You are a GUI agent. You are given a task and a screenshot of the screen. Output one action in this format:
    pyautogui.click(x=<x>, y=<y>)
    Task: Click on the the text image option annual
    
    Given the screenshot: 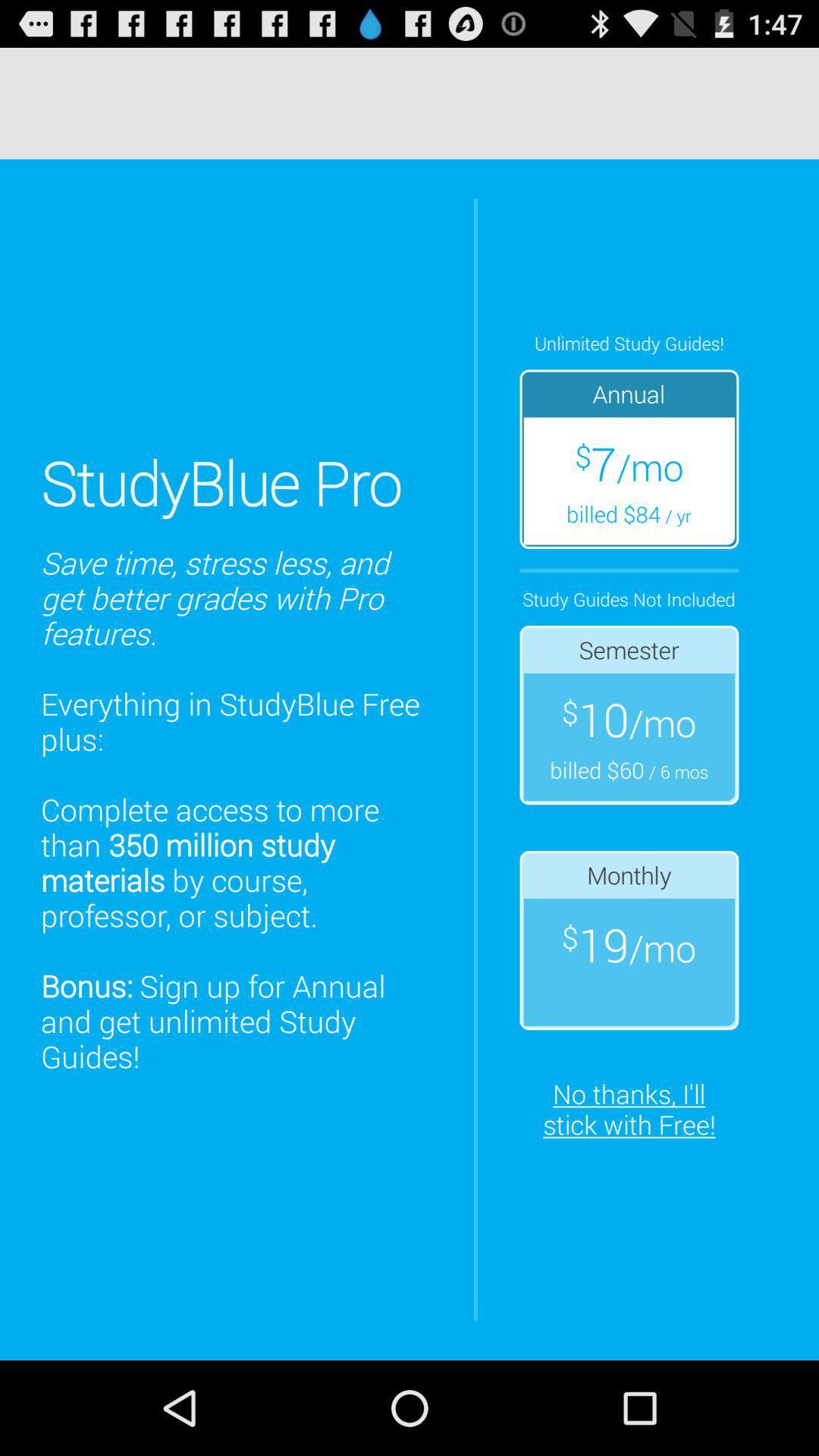 What is the action you would take?
    pyautogui.click(x=629, y=458)
    